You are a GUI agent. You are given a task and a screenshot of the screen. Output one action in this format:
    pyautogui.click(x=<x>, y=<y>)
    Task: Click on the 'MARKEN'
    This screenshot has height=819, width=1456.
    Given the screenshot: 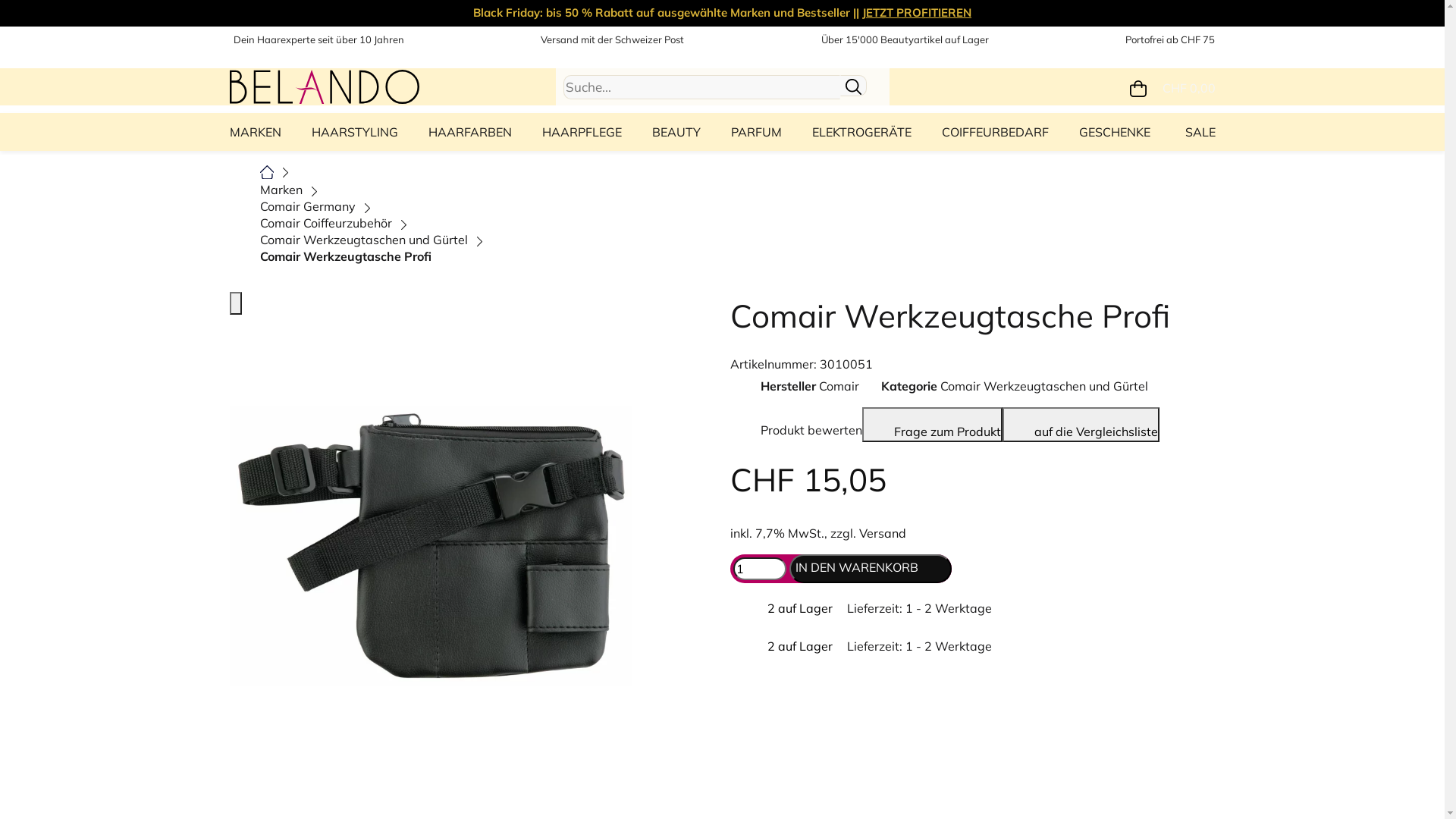 What is the action you would take?
    pyautogui.click(x=258, y=130)
    